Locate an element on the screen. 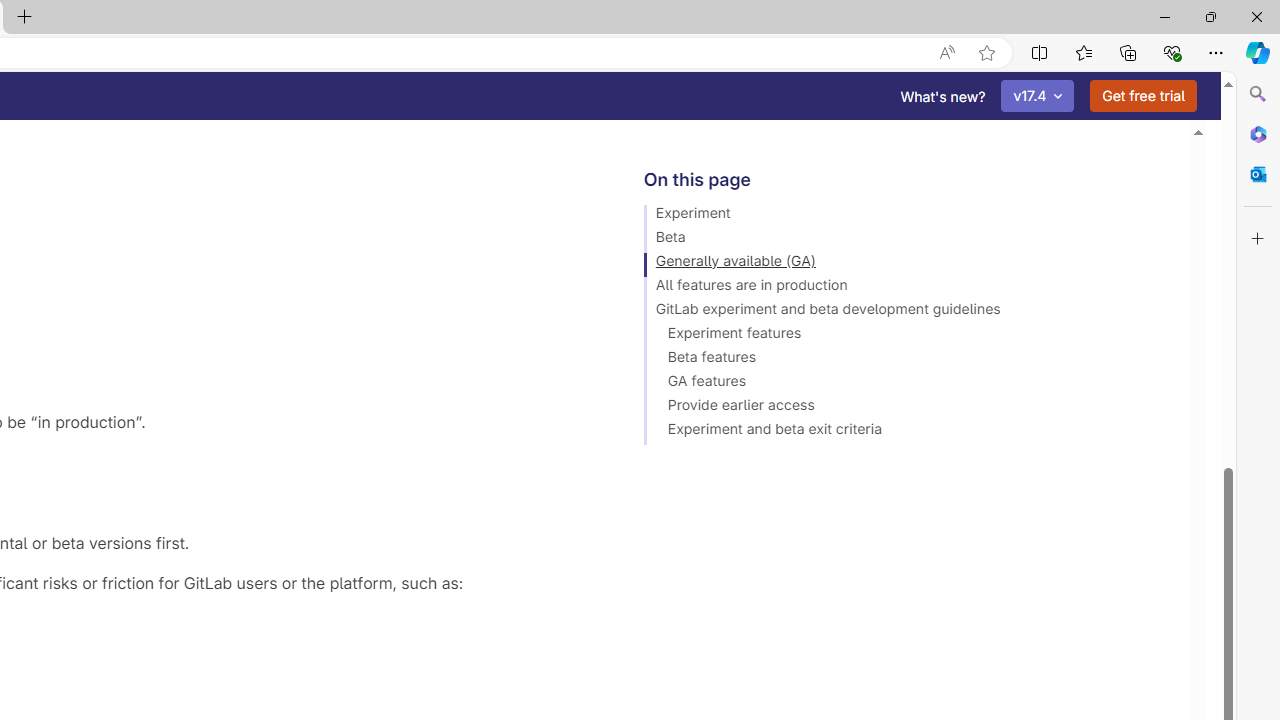 This screenshot has height=720, width=1280. 'Beta features' is located at coordinates (907, 360).